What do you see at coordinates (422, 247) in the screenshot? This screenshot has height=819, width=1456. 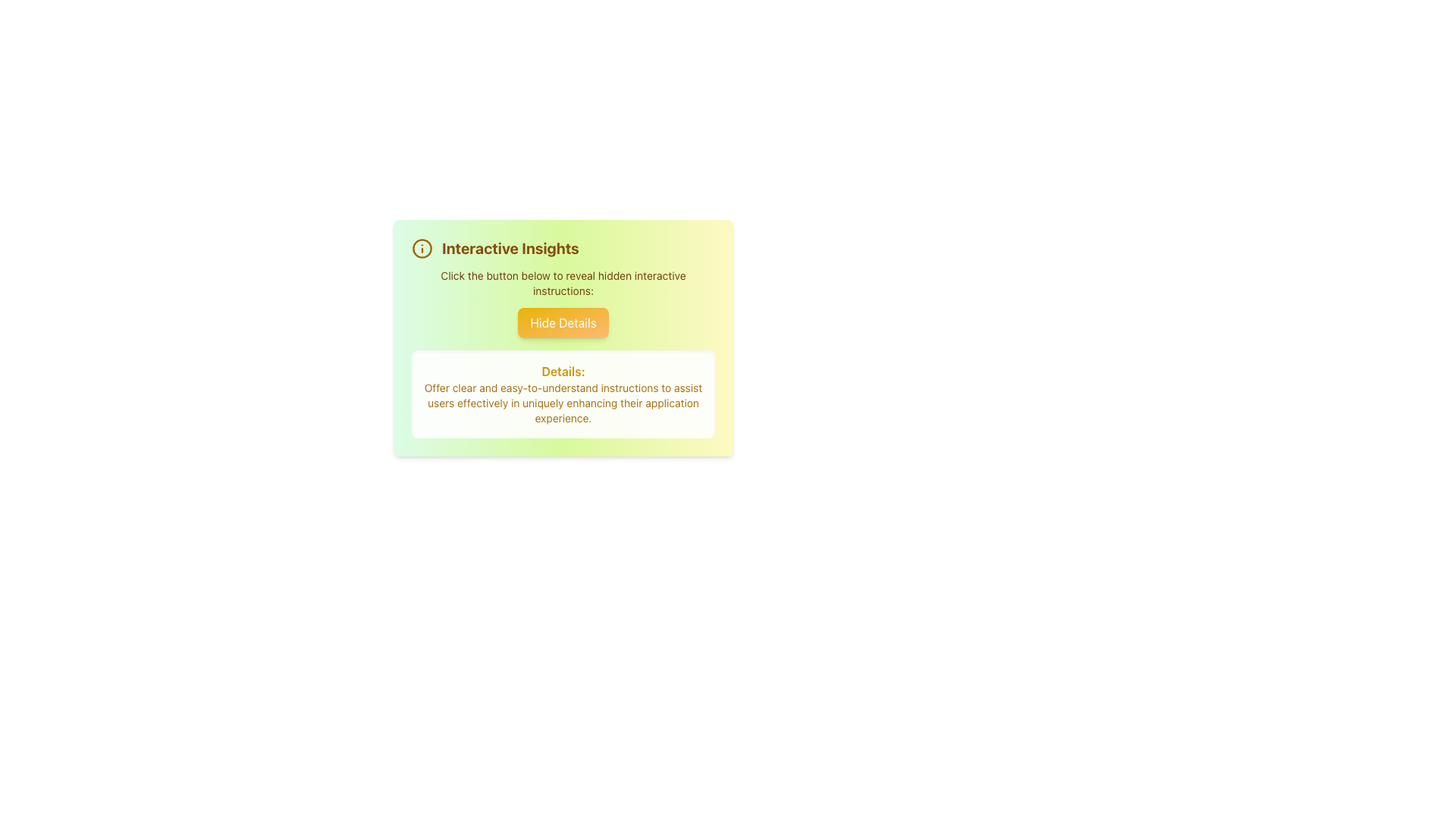 I see `the circular graphical element within the informational icon located at the upper-left section of the green-highlighted panel containing the 'Interactive Insights' text` at bounding box center [422, 247].